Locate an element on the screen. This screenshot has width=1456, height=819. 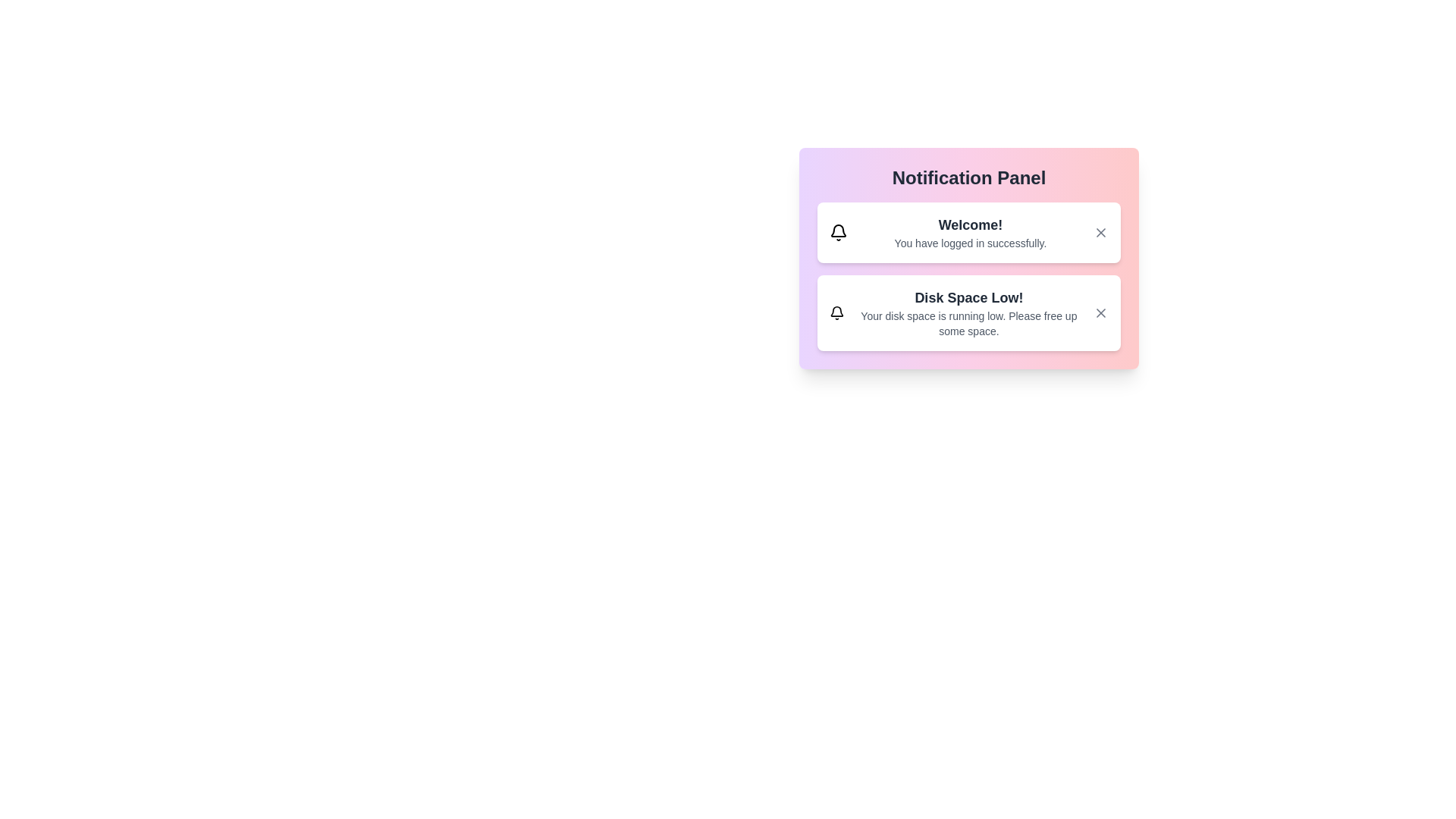
the notification icon for Welcome is located at coordinates (837, 233).